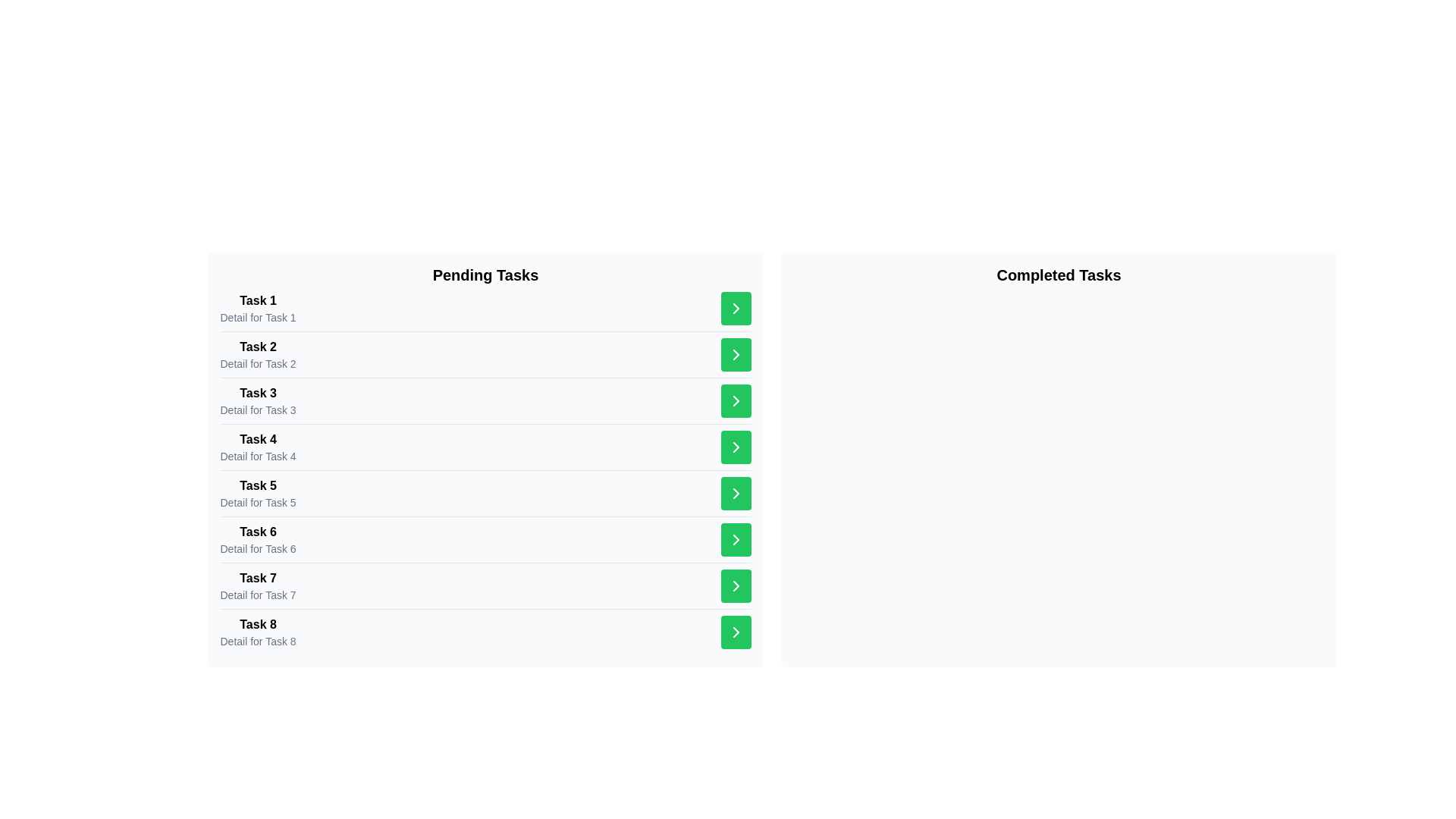 The image size is (1456, 819). Describe the element at coordinates (736, 400) in the screenshot. I see `the chevron icon within the button for the 'Task 4' entry in the list of pending tasks` at that location.